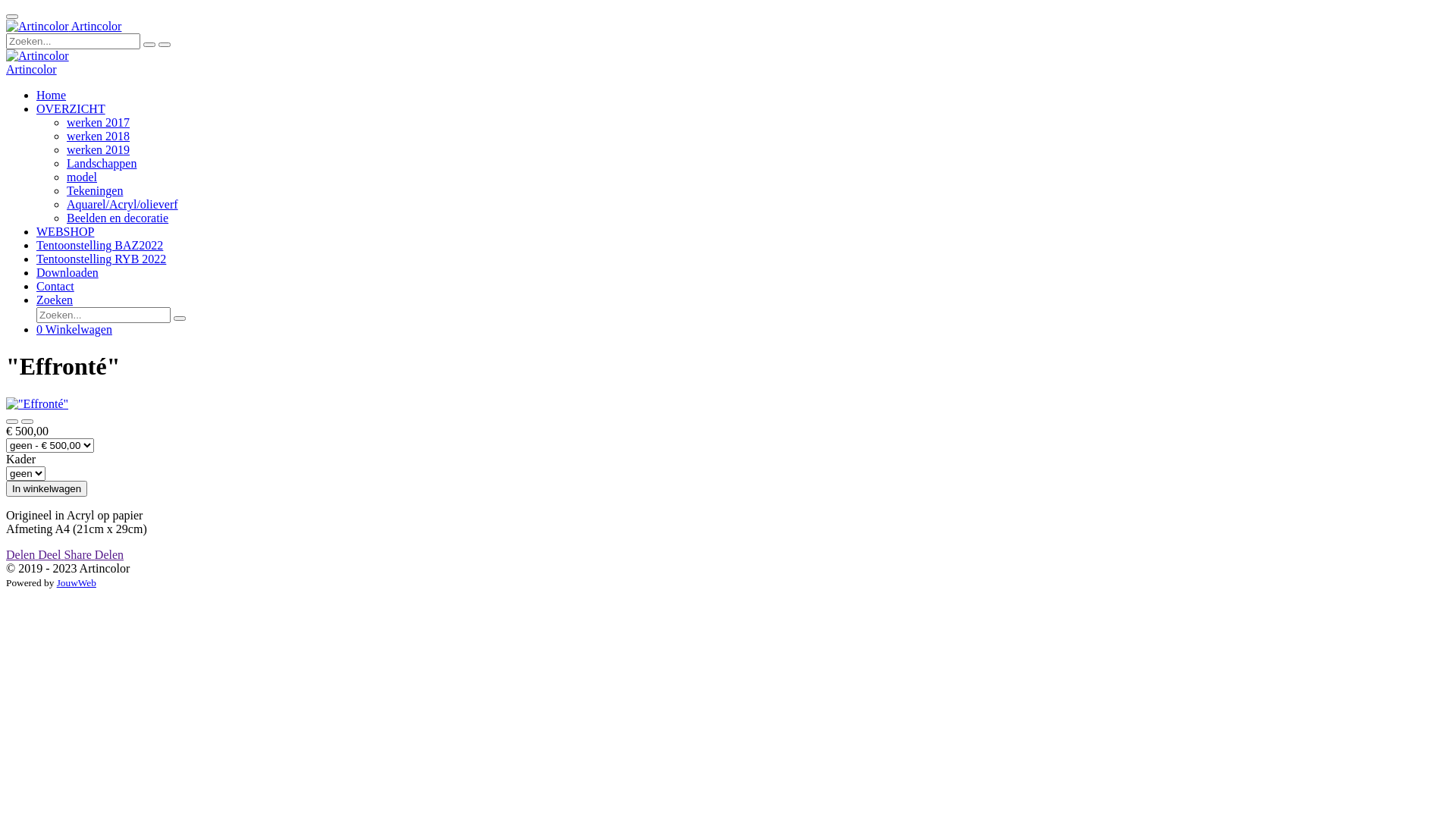 The height and width of the screenshot is (819, 1456). Describe the element at coordinates (97, 149) in the screenshot. I see `'werken 2019'` at that location.